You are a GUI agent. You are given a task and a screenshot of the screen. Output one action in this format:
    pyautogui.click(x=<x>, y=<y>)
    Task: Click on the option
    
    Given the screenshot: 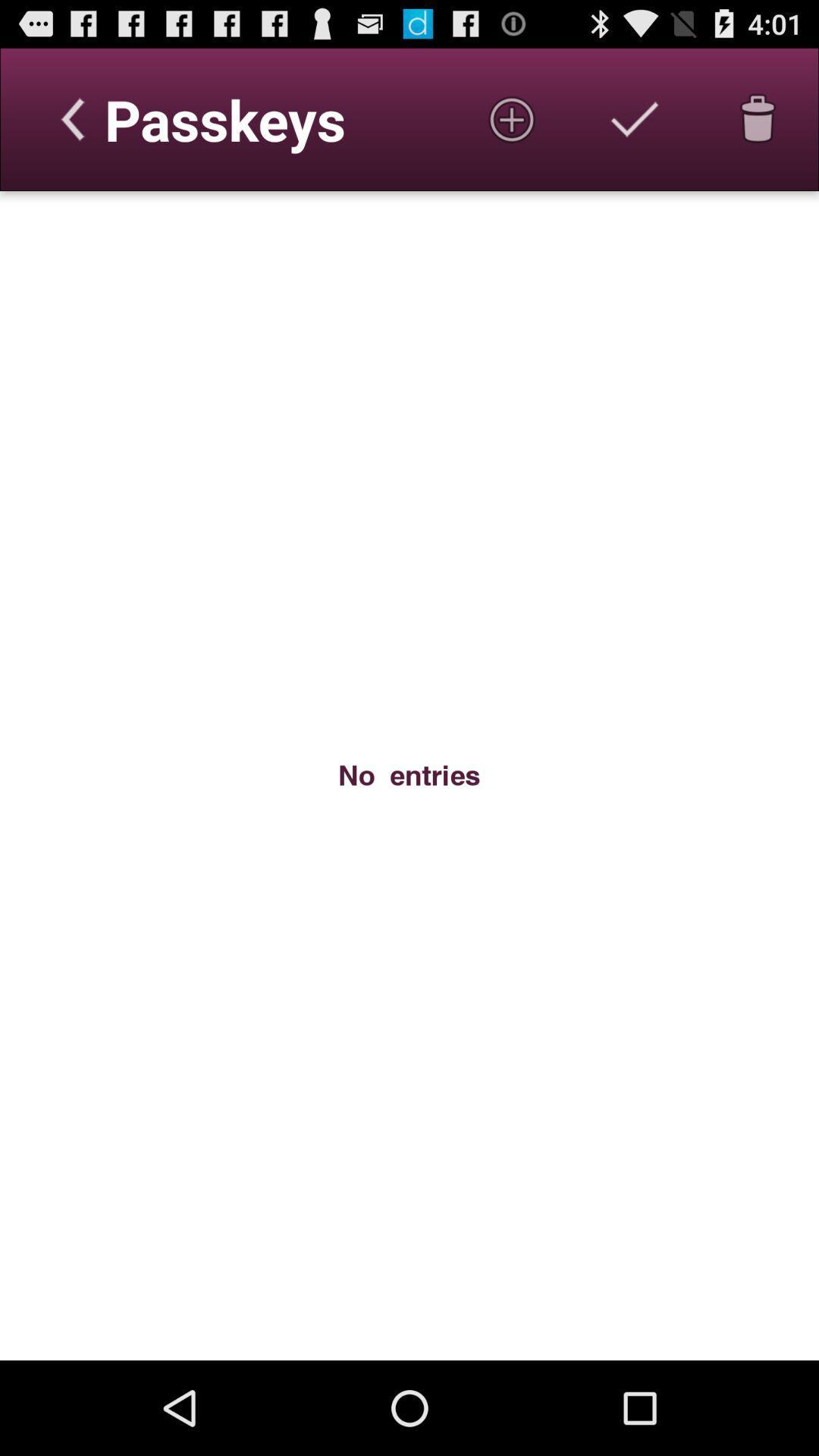 What is the action you would take?
    pyautogui.click(x=635, y=118)
    